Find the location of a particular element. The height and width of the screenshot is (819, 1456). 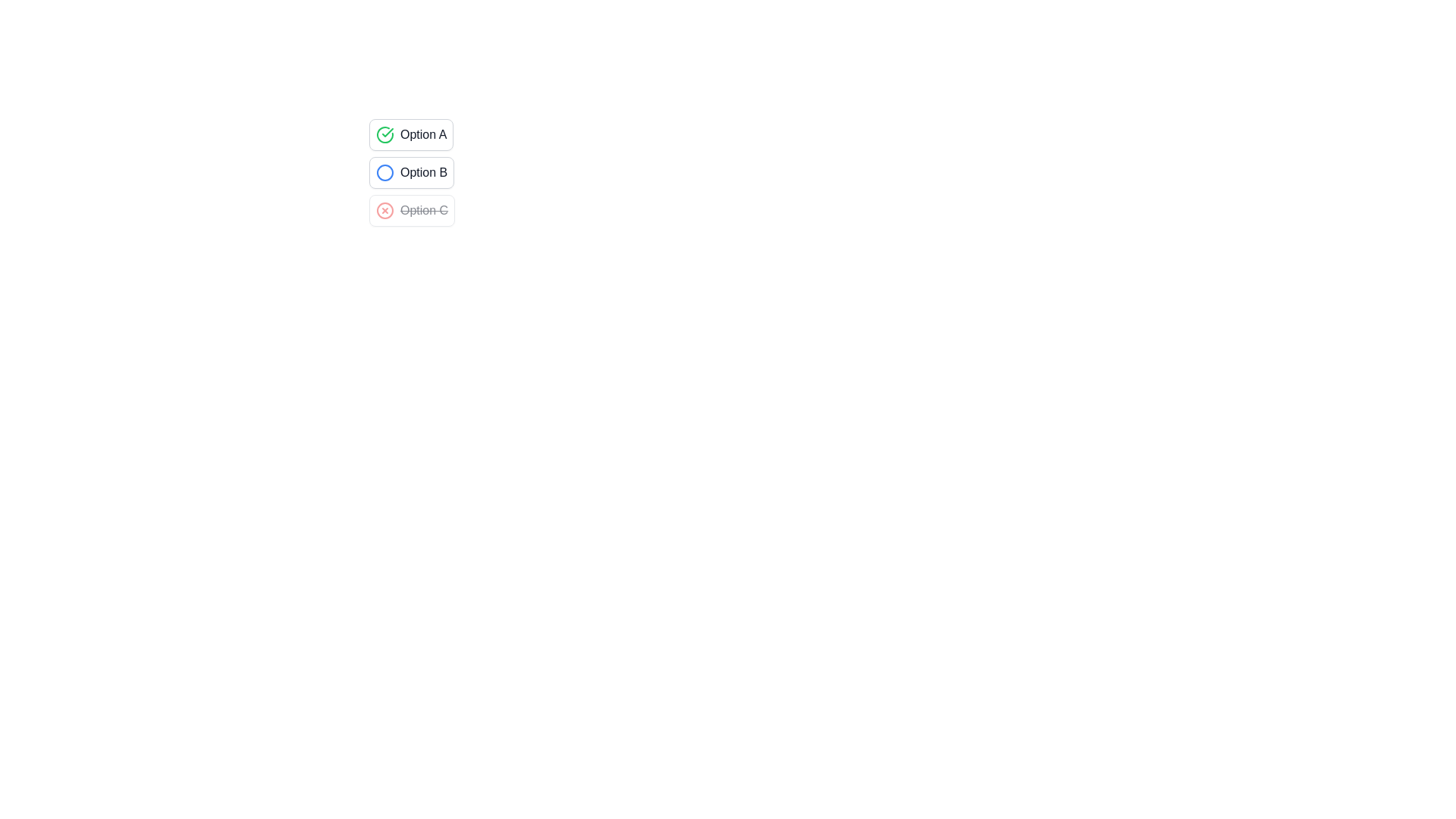

attributes of the icon indicating a dismissed or unavailable state for 'Option C', which is located directly before the 'Option C' text in the third row of the list structure is located at coordinates (385, 210).